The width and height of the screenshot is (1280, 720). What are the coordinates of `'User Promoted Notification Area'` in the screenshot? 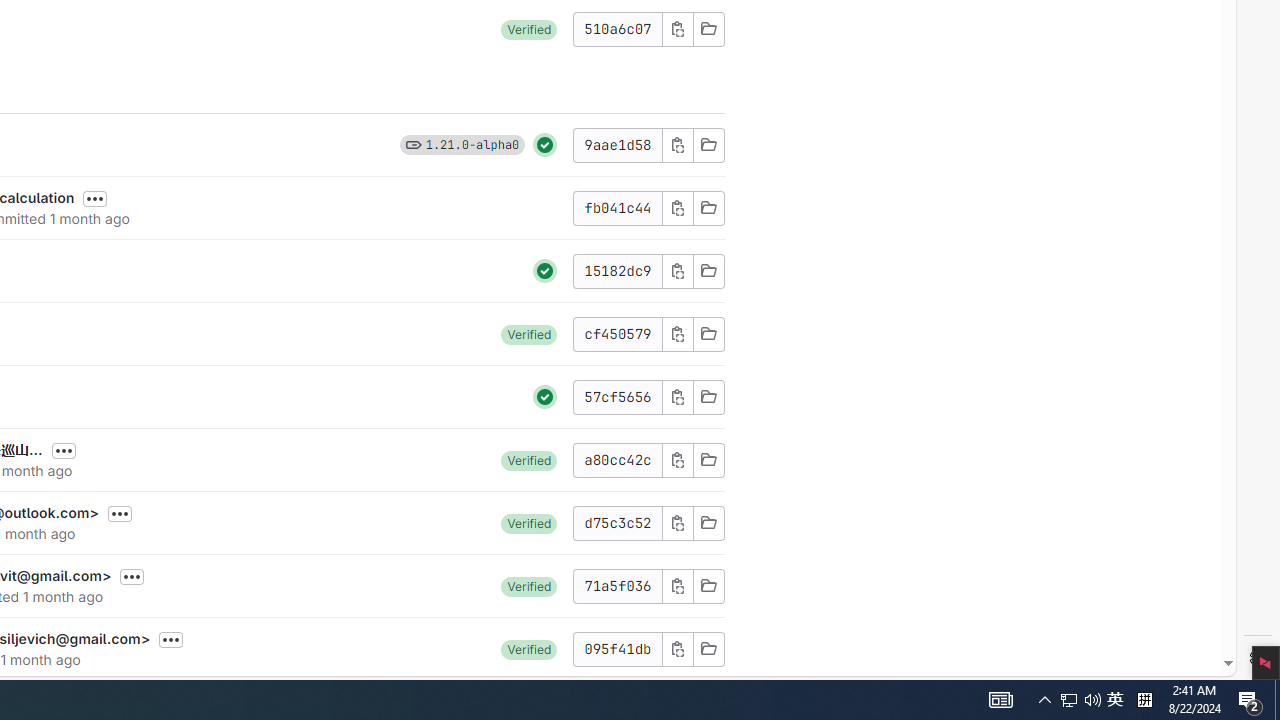 It's located at (1079, 698).